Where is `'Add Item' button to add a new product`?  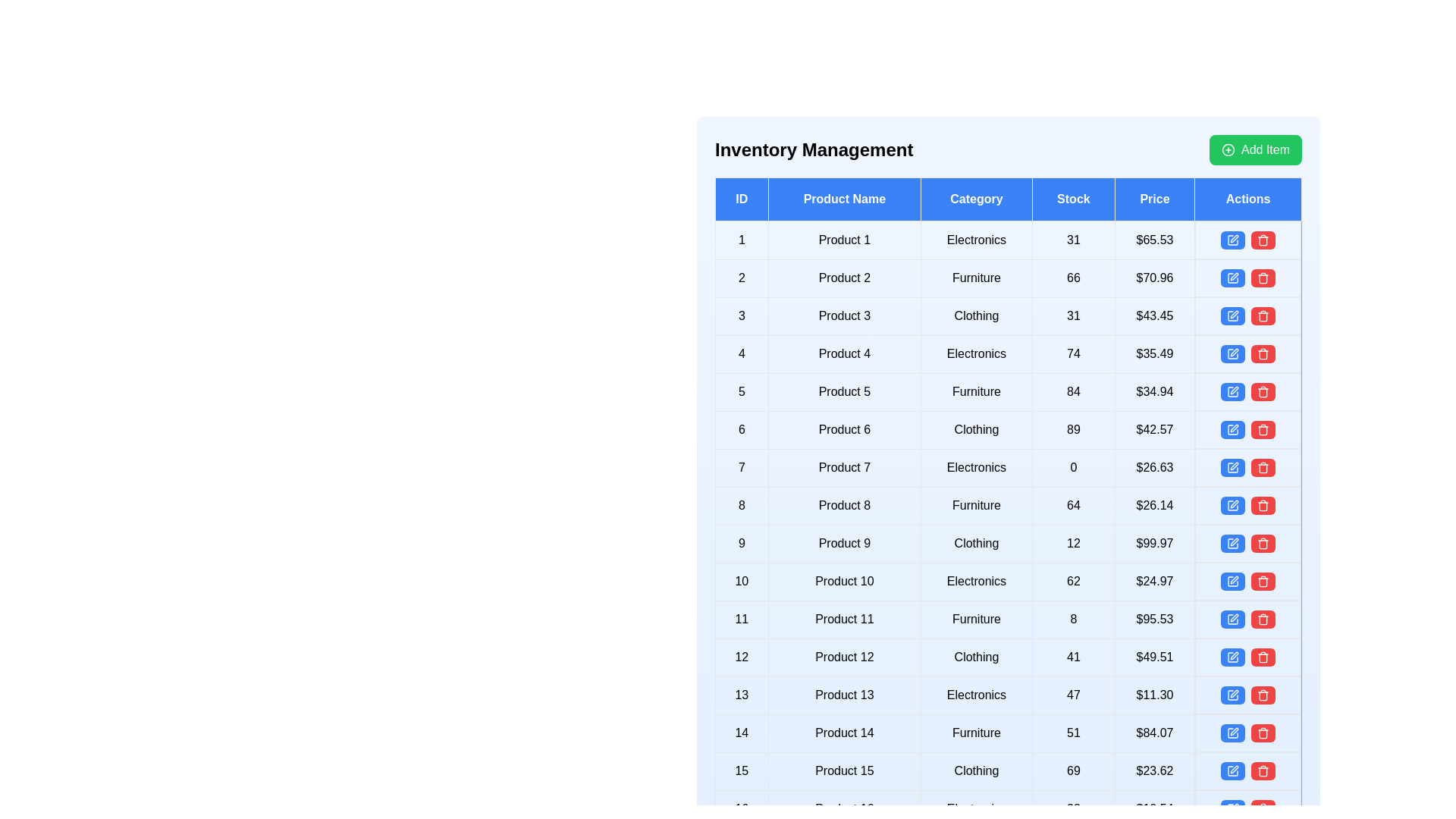
'Add Item' button to add a new product is located at coordinates (1256, 149).